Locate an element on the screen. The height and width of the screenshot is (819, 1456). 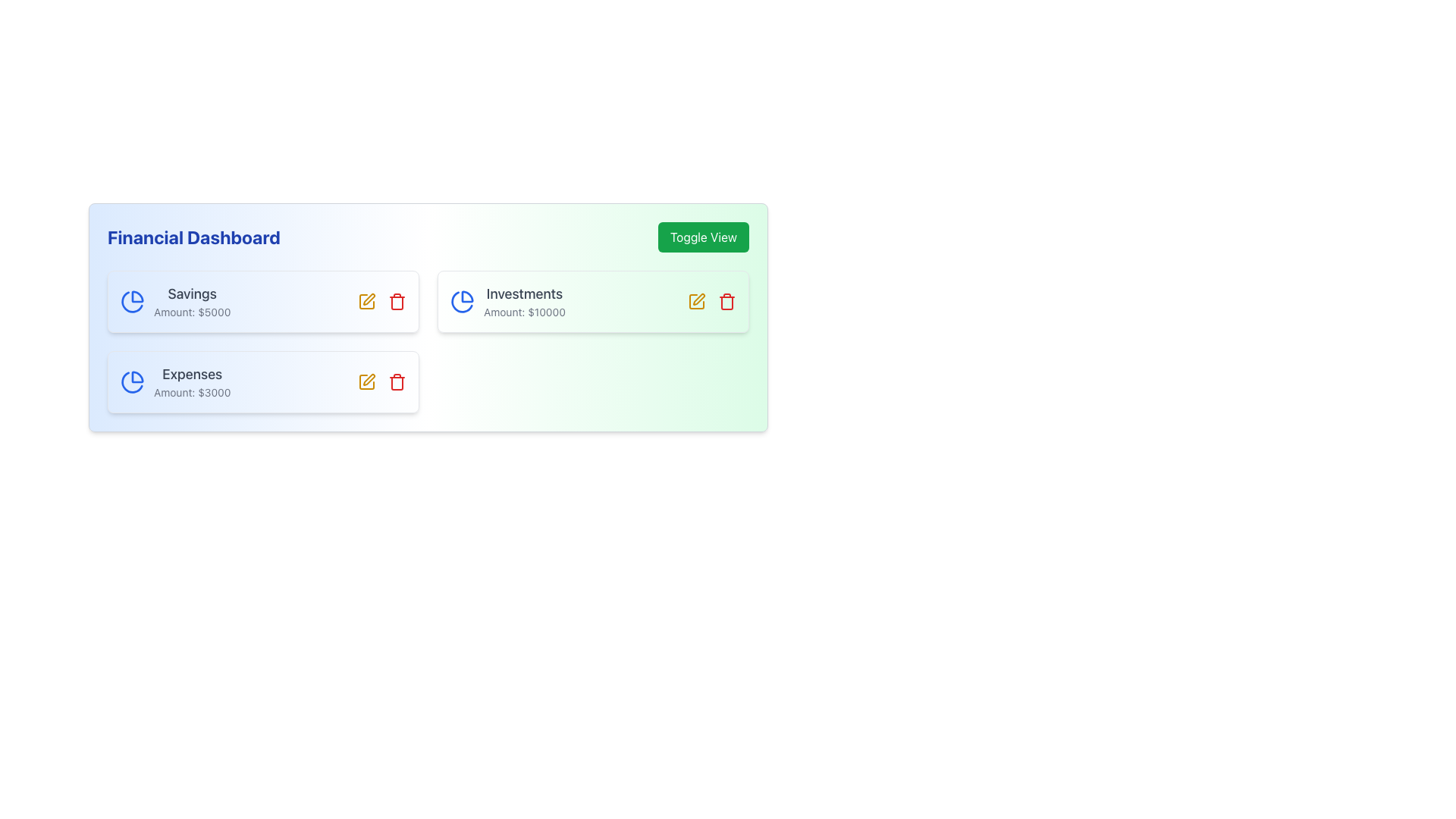
the 'Edit' button located in the bottom row of the financial dashboard interface, specifically in the 'Expenses' section, to initiate editing is located at coordinates (367, 381).